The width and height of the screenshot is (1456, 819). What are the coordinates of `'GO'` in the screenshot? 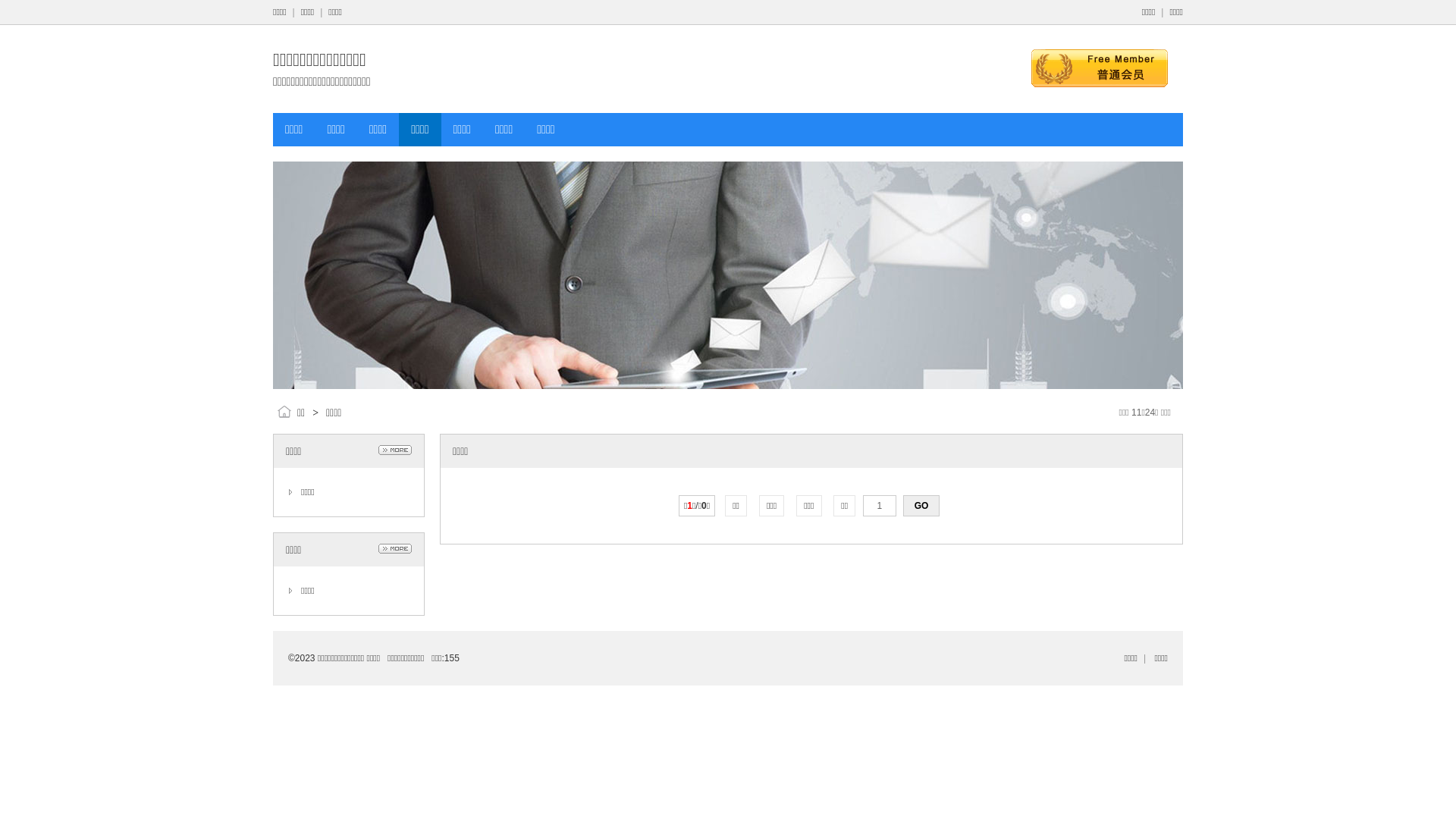 It's located at (920, 506).